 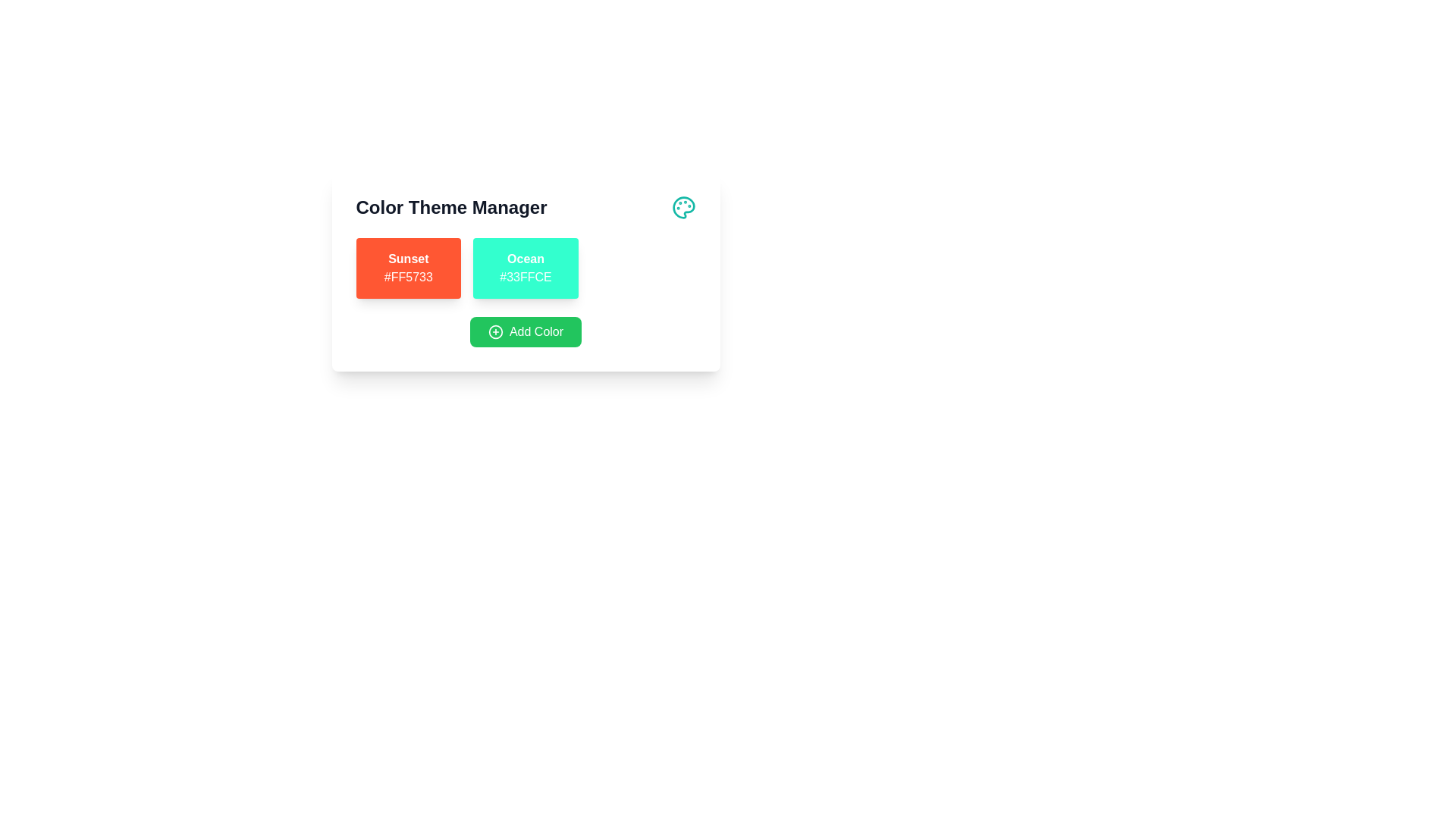 I want to click on the teal-colored painter's palette graphic element located in the top-right corner of the 'Color Theme Manager' card, so click(x=682, y=207).